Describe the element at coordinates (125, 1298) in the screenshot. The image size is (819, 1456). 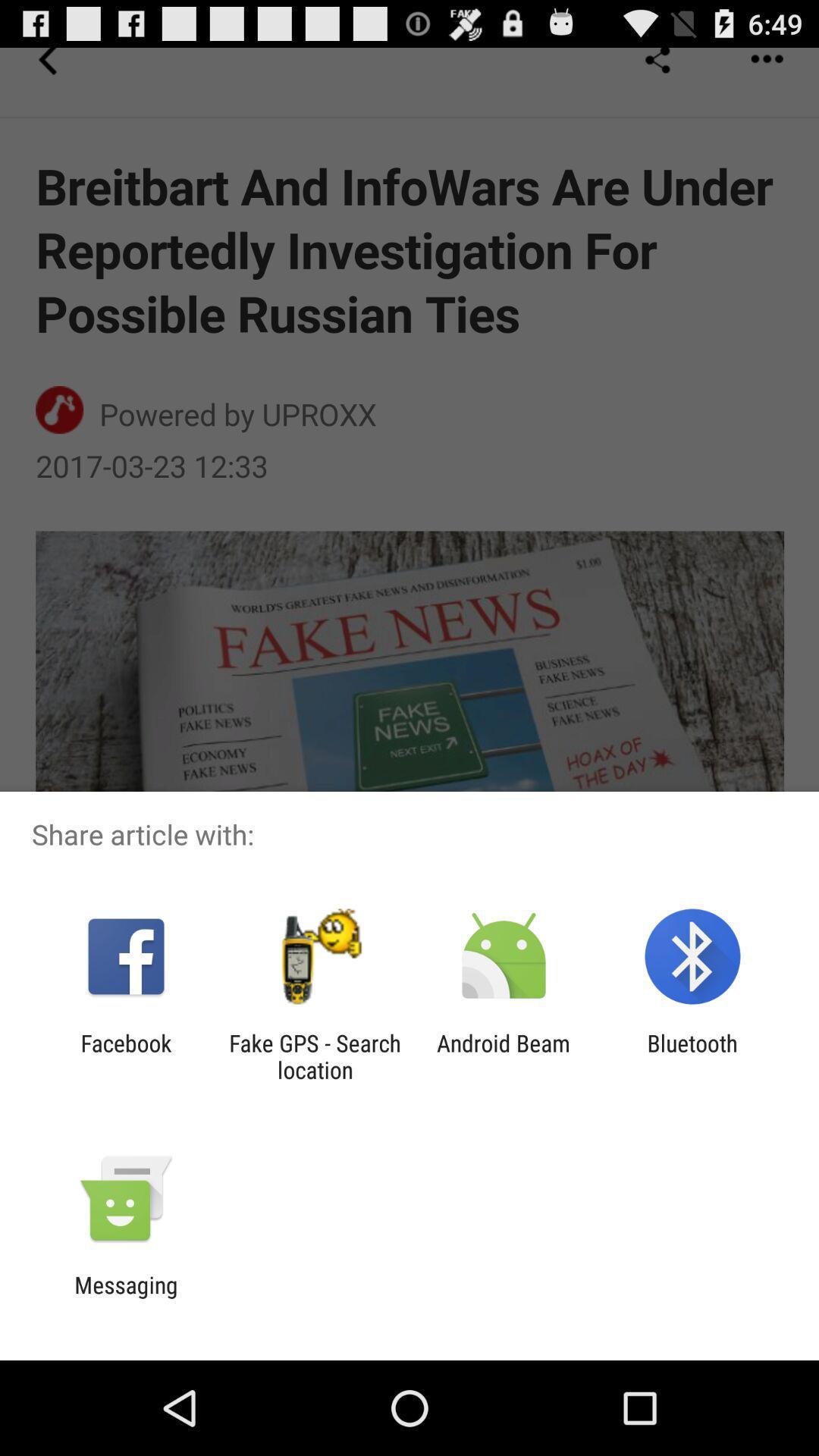
I see `the messaging icon` at that location.